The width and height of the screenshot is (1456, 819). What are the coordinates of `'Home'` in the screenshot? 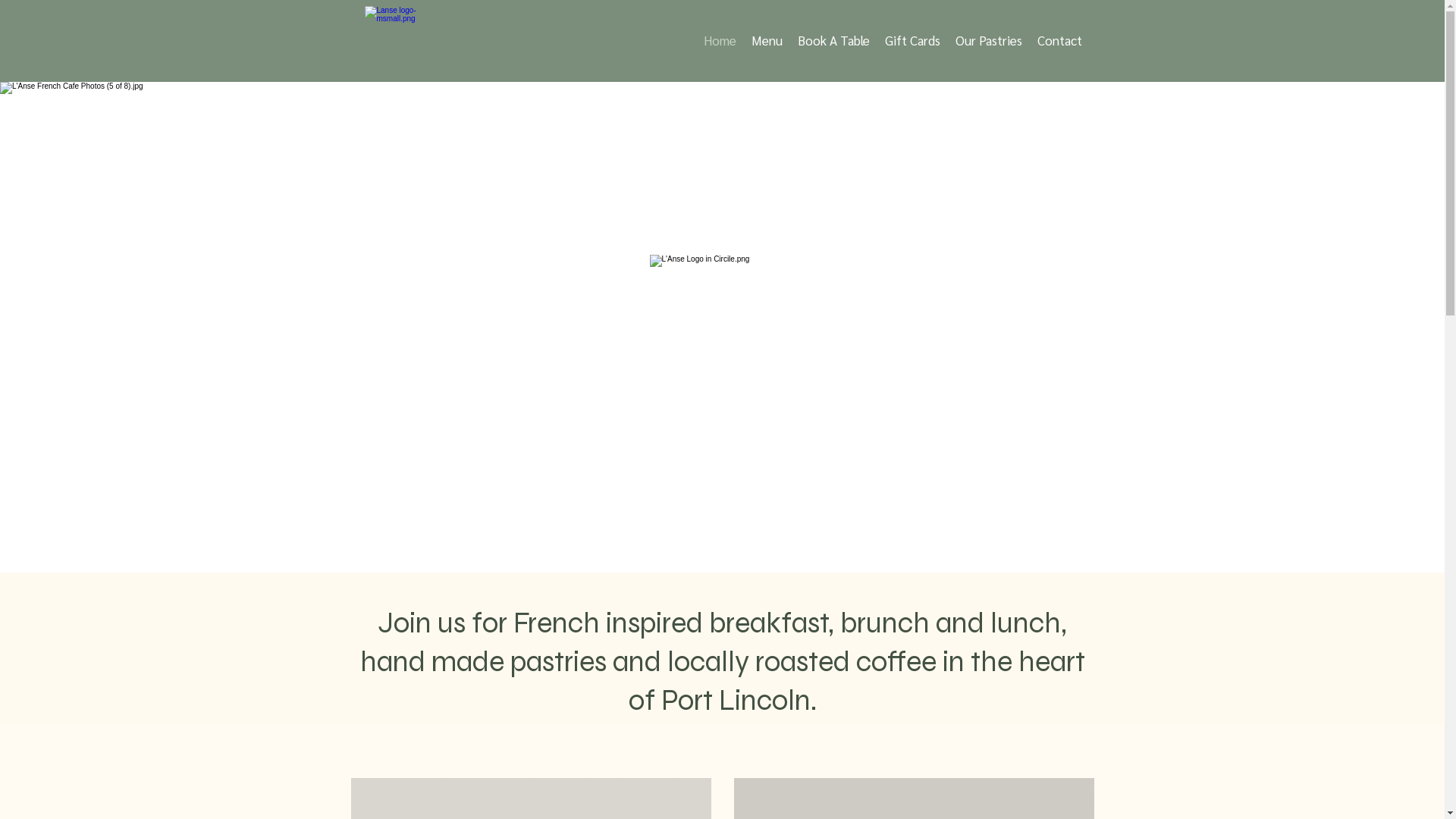 It's located at (719, 39).